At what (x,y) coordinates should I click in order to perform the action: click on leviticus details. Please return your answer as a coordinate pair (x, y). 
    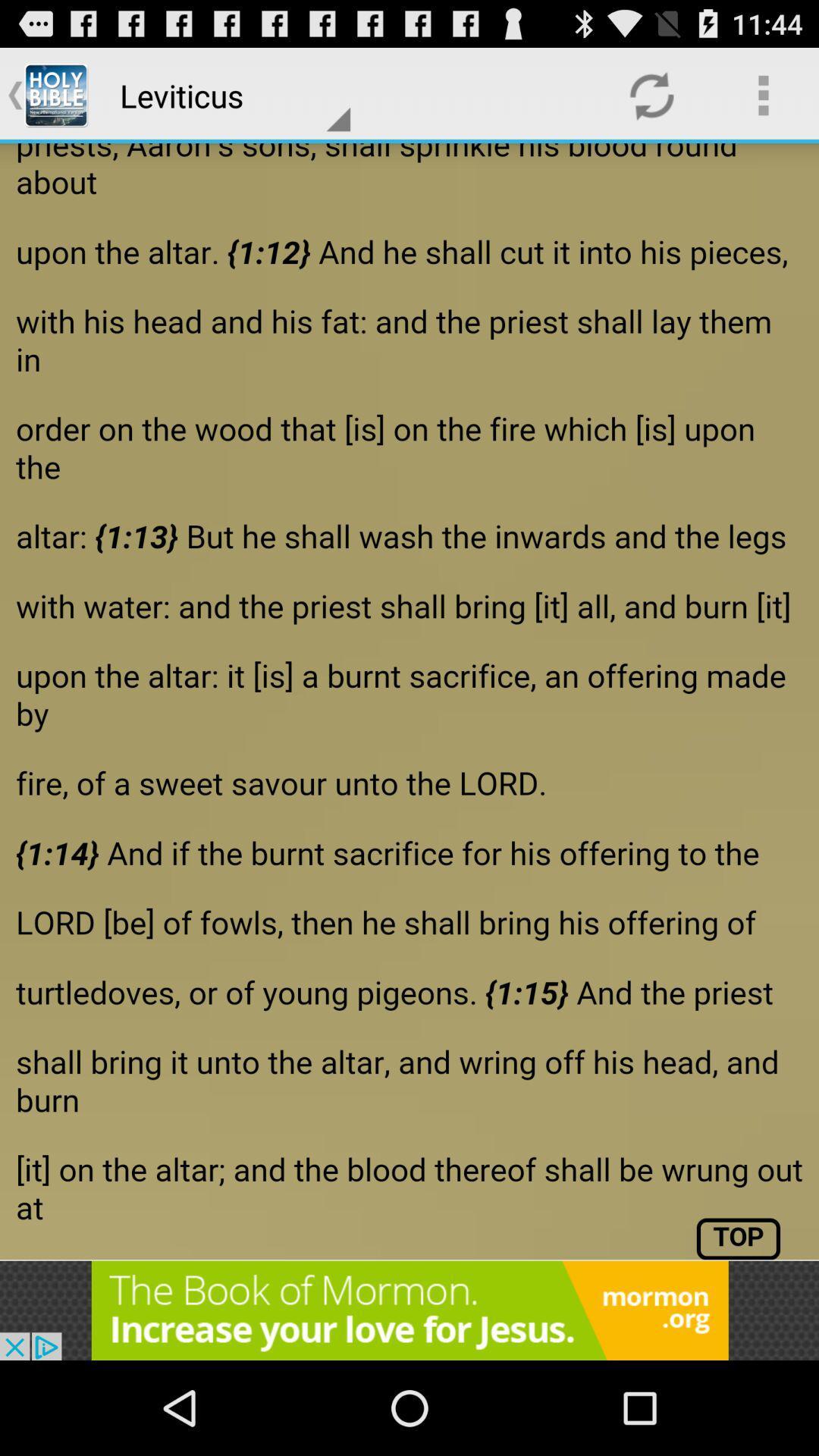
    Looking at the image, I should click on (409, 701).